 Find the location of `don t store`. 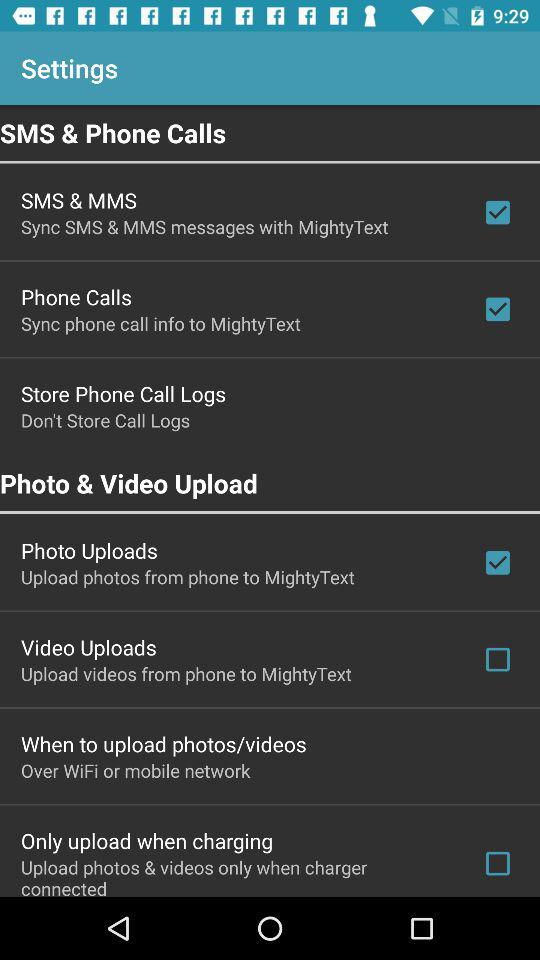

don t store is located at coordinates (105, 419).